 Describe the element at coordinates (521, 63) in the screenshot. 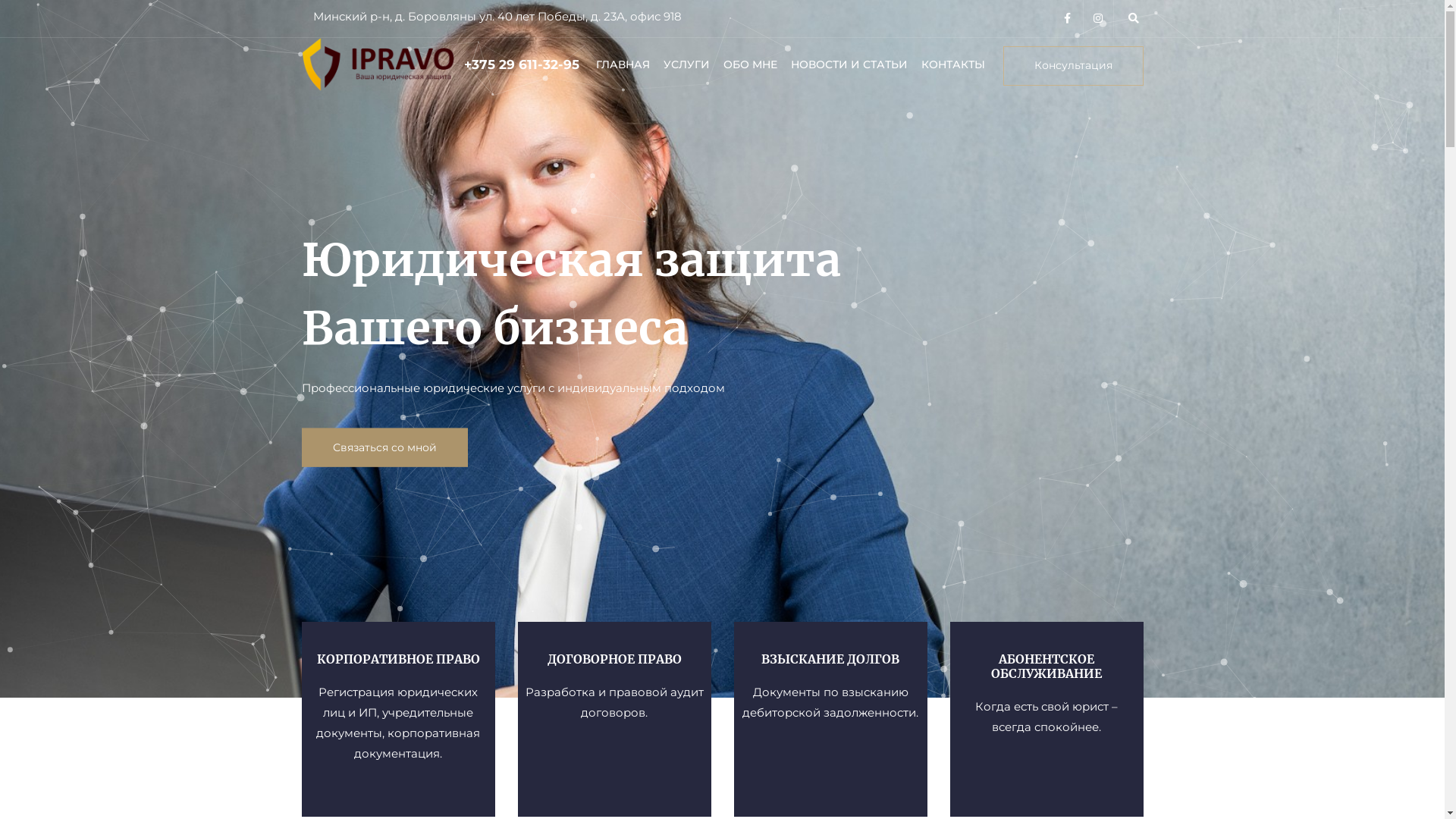

I see `'+375 29 611-32-95'` at that location.